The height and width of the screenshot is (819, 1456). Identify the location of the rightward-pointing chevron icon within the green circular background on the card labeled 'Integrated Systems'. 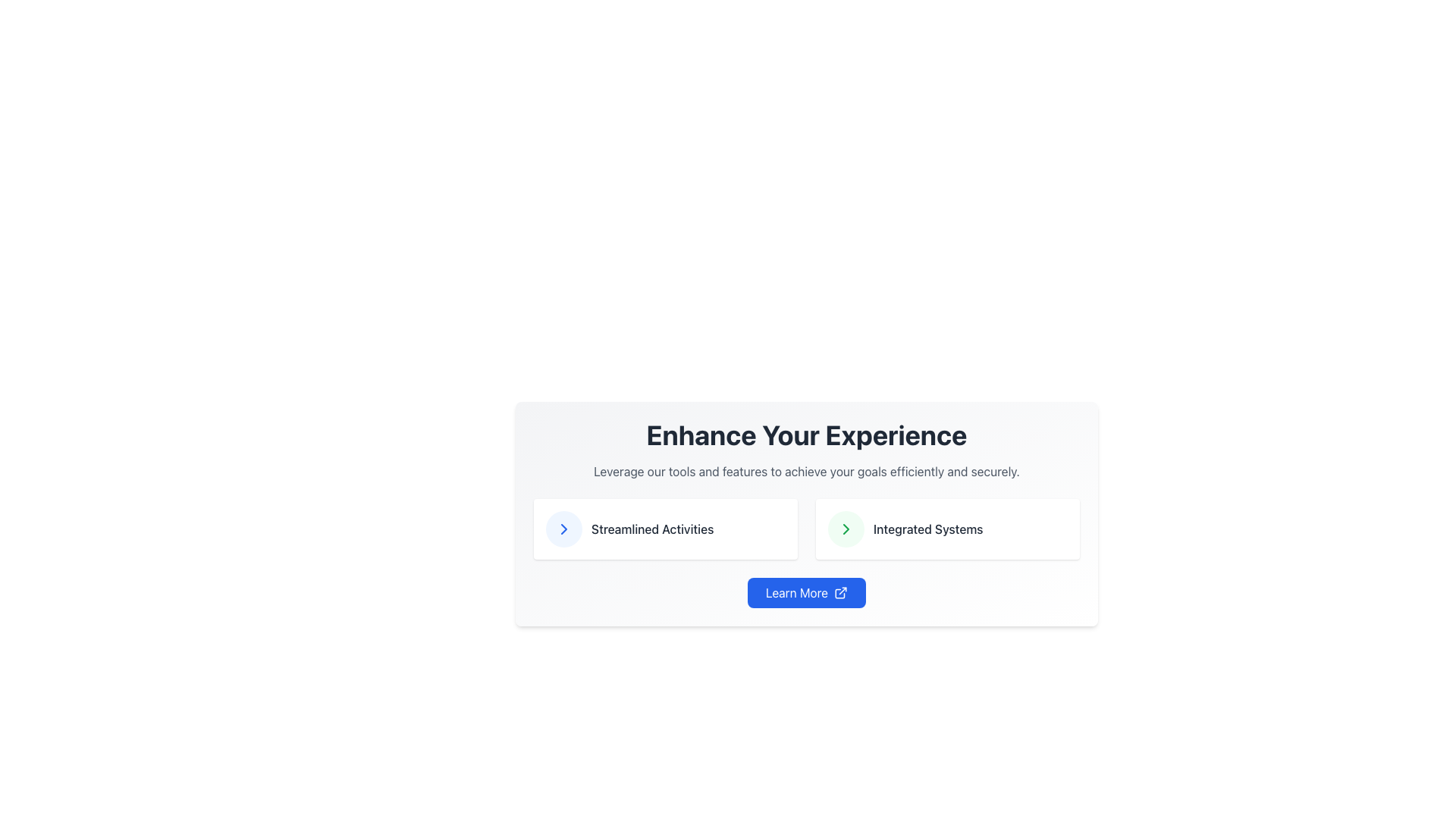
(846, 529).